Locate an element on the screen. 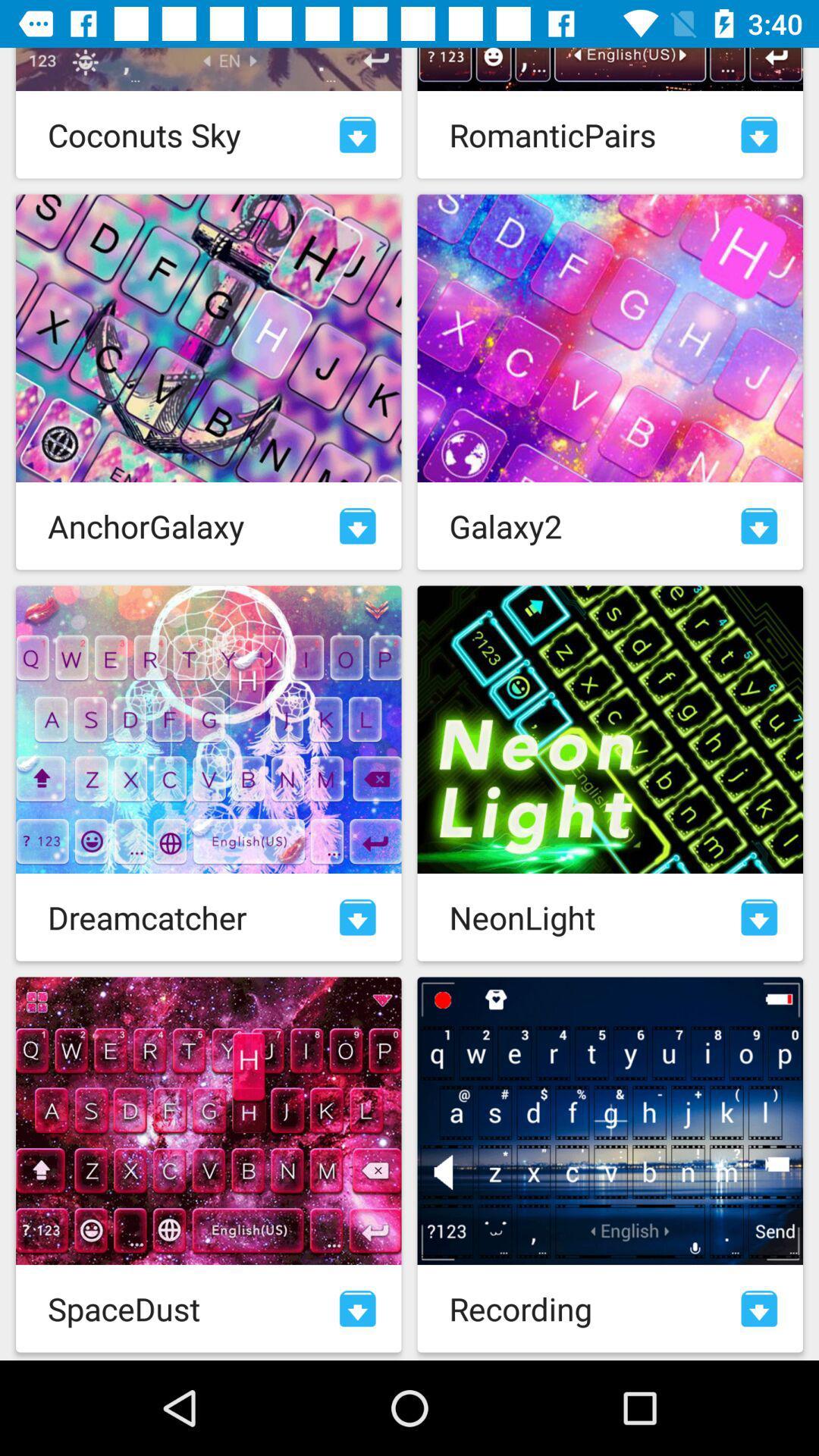 This screenshot has height=1456, width=819. download neonlight keys is located at coordinates (759, 916).